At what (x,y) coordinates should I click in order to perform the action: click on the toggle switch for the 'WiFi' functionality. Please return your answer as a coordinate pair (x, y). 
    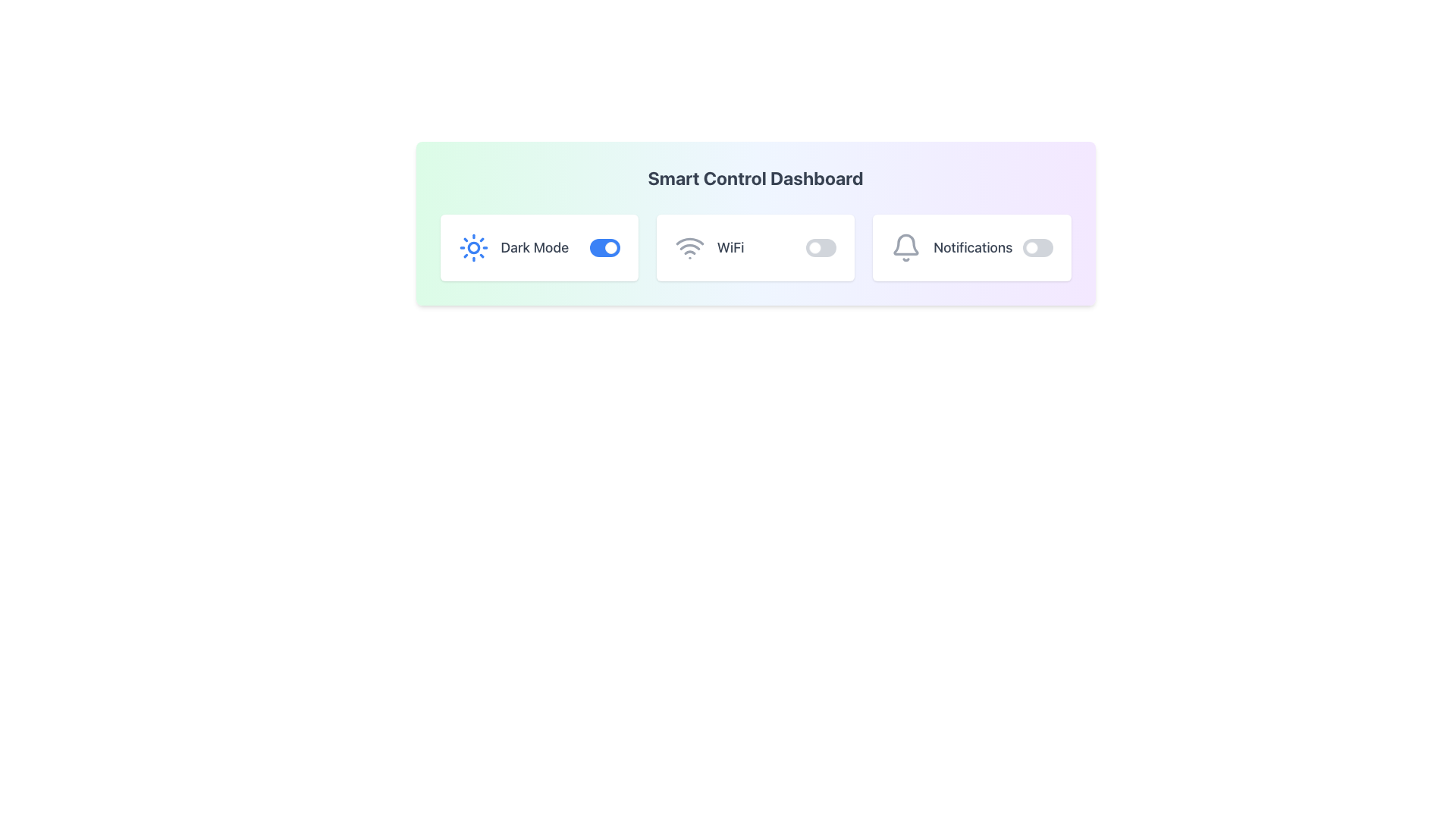
    Looking at the image, I should click on (821, 247).